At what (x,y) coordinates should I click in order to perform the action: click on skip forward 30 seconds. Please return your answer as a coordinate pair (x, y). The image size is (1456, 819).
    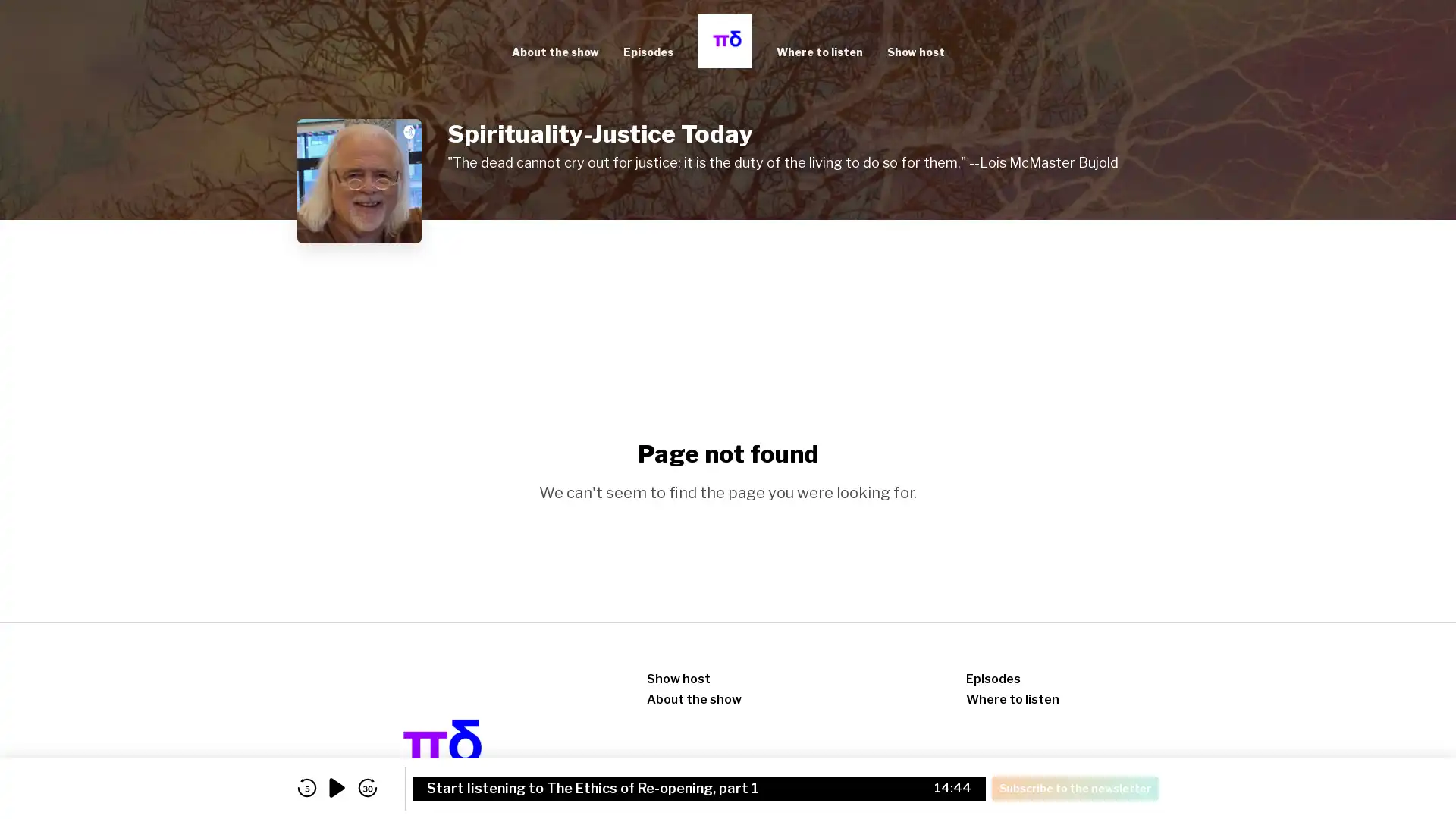
    Looking at the image, I should click on (367, 787).